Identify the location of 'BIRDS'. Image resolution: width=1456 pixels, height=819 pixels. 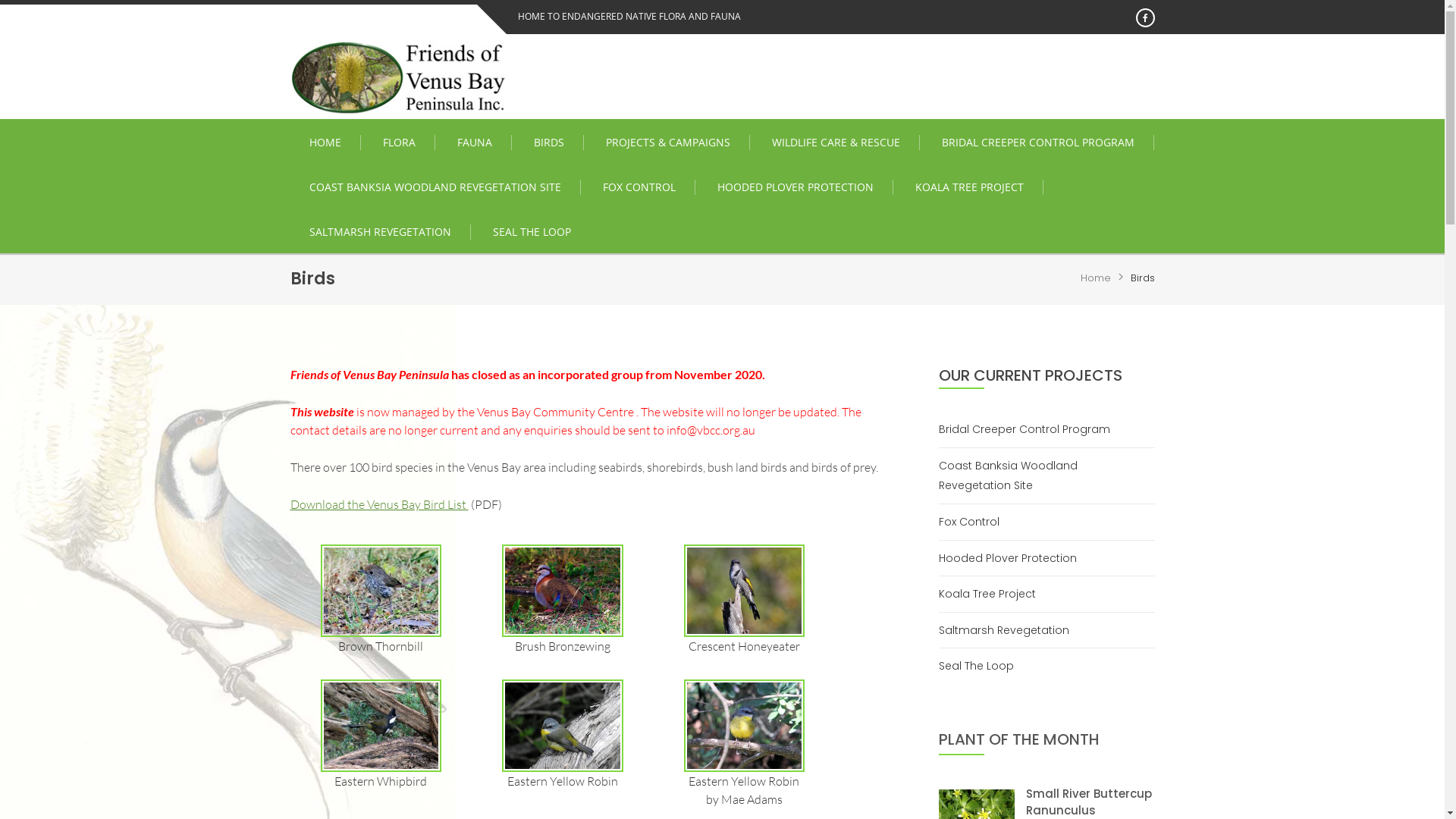
(548, 143).